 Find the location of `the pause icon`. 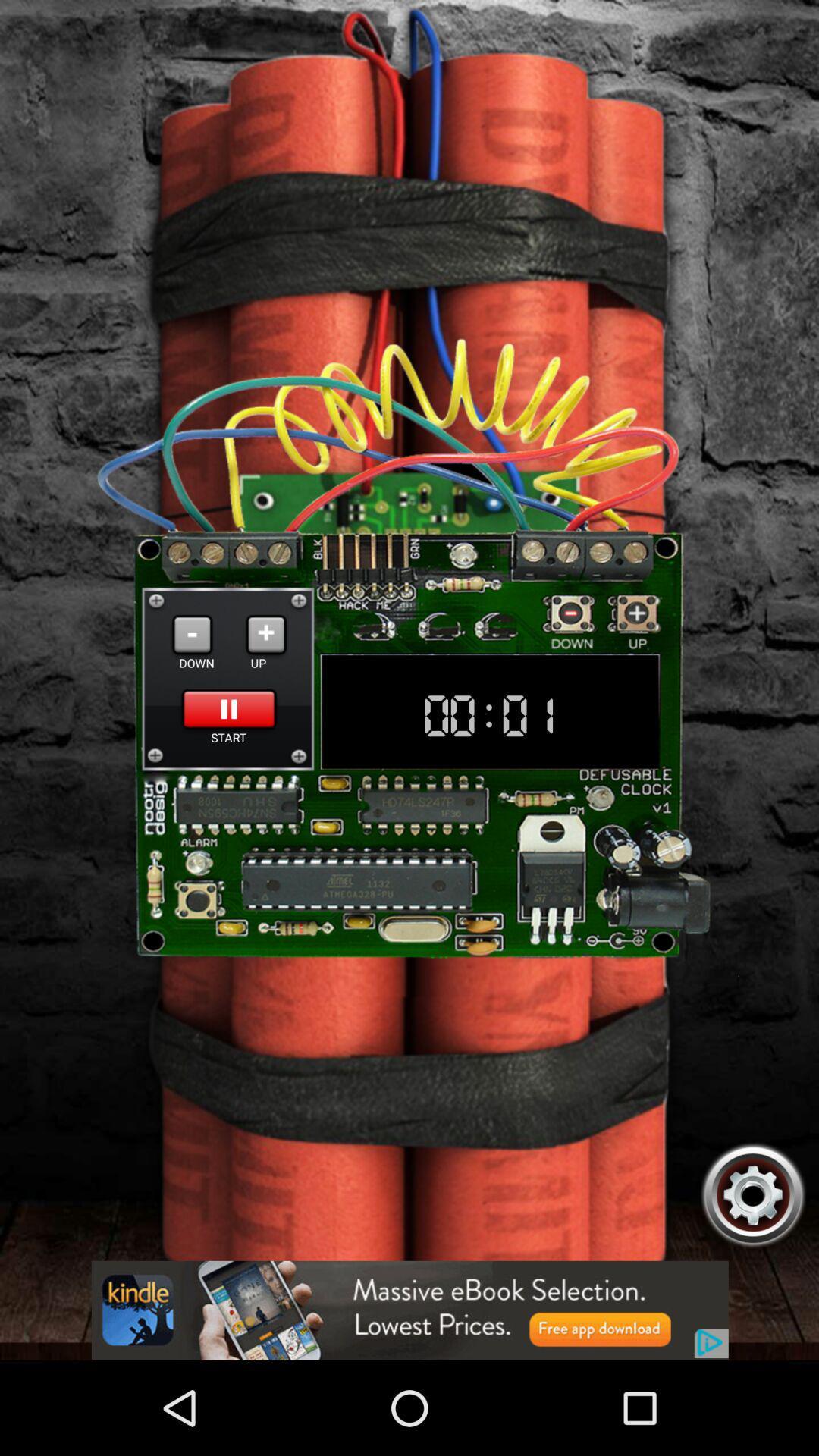

the pause icon is located at coordinates (229, 762).